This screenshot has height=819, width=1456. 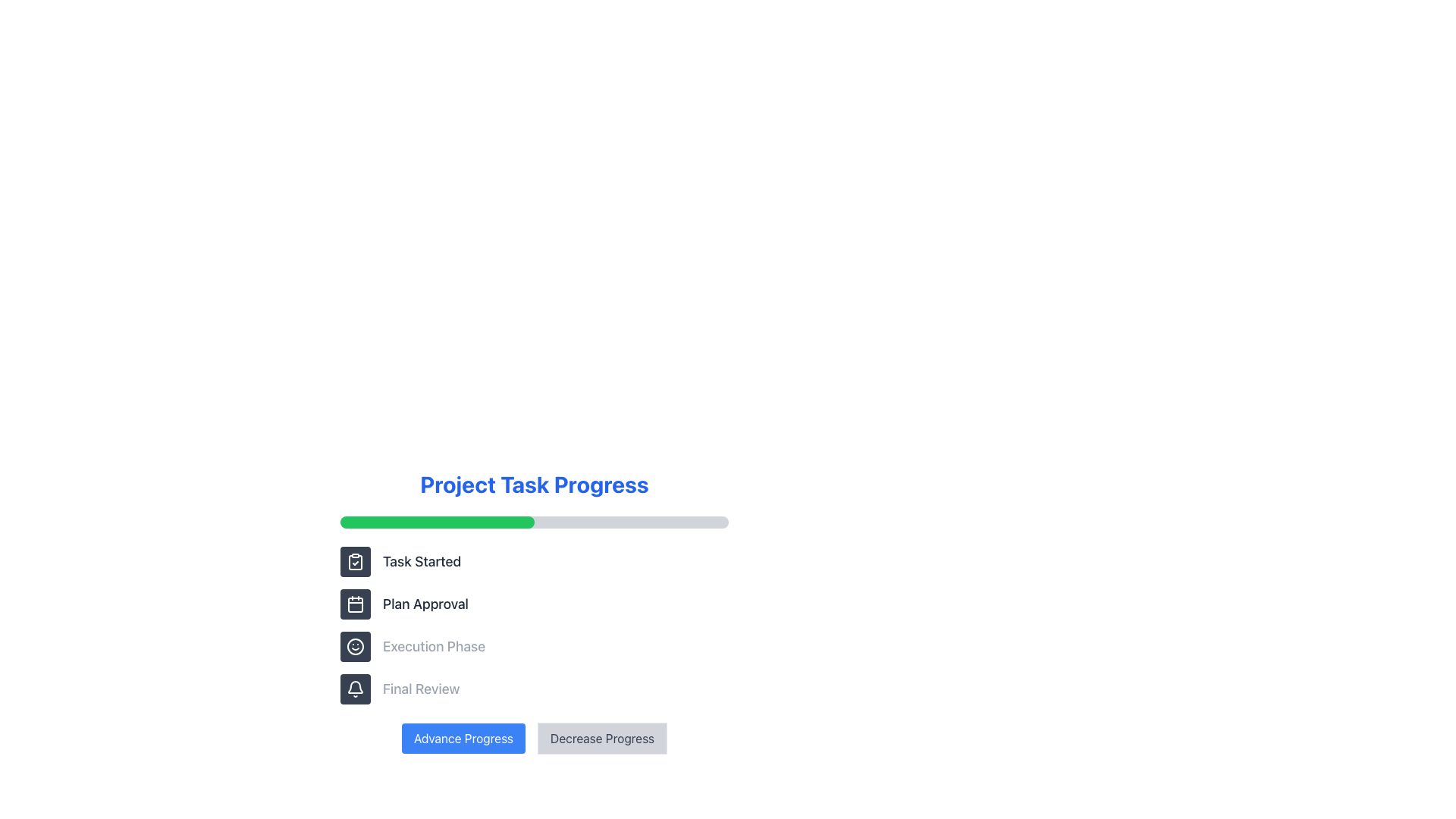 What do you see at coordinates (355, 604) in the screenshot?
I see `the square icon with rounded corners featuring a white calendar icon, located to the left of the text 'Plan Approval' within the task stages list` at bounding box center [355, 604].